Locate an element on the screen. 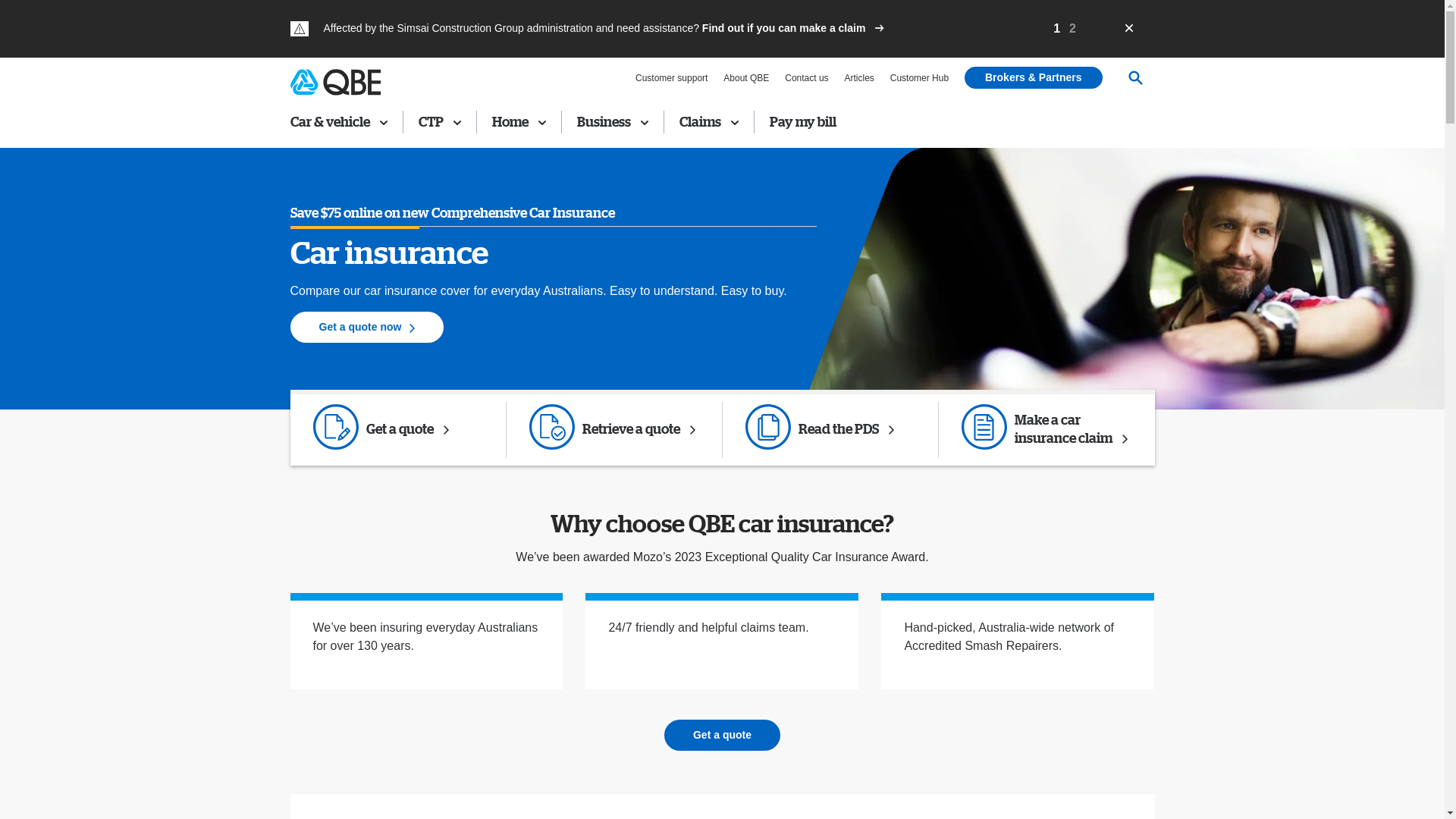  'QBE Insurance' is located at coordinates (334, 82).